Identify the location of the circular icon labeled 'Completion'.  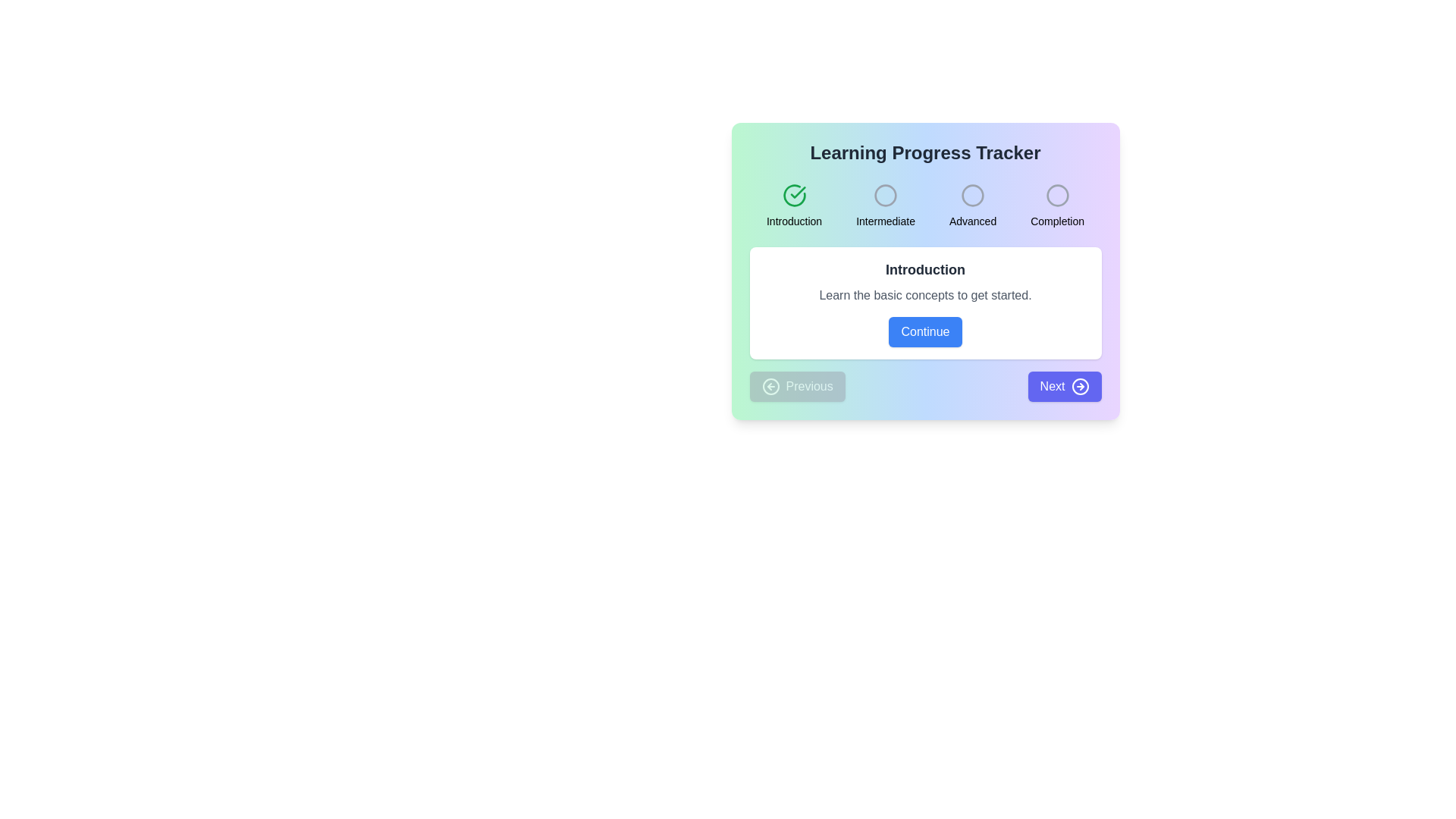
(1056, 206).